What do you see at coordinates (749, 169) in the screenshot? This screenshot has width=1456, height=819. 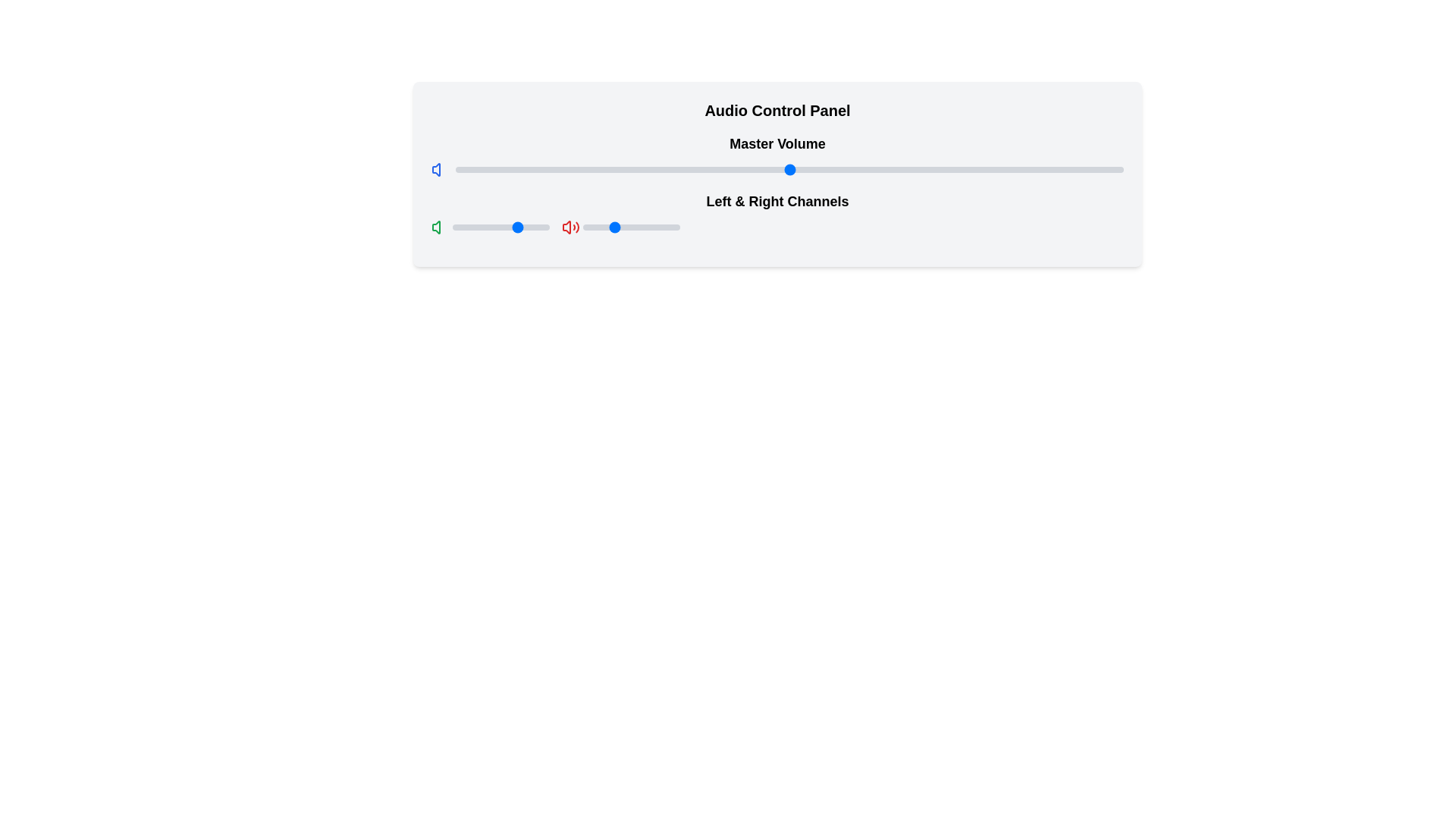 I see `the master volume` at bounding box center [749, 169].